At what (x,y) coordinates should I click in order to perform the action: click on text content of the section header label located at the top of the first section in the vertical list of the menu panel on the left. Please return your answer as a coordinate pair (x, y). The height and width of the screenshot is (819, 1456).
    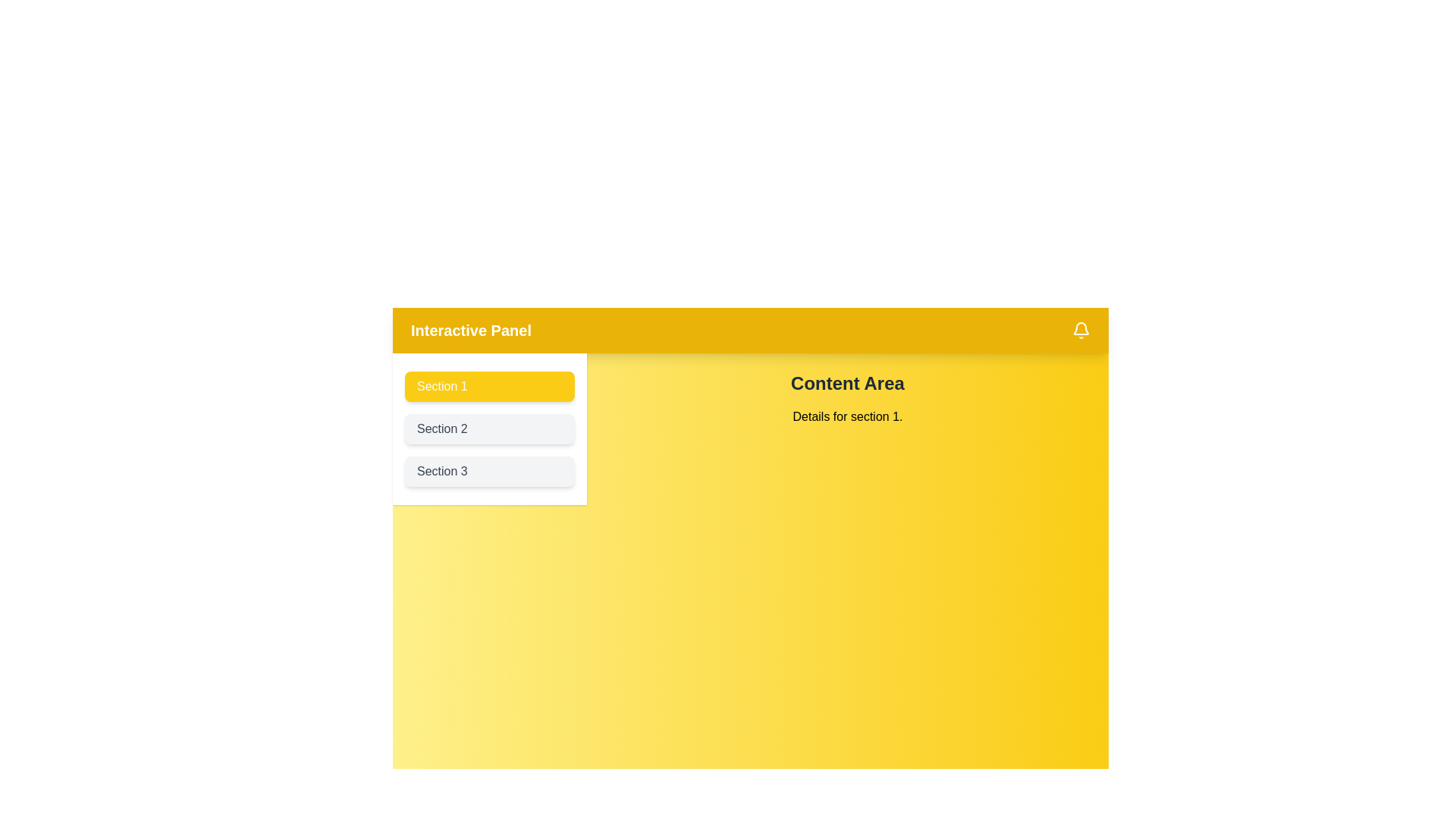
    Looking at the image, I should click on (441, 385).